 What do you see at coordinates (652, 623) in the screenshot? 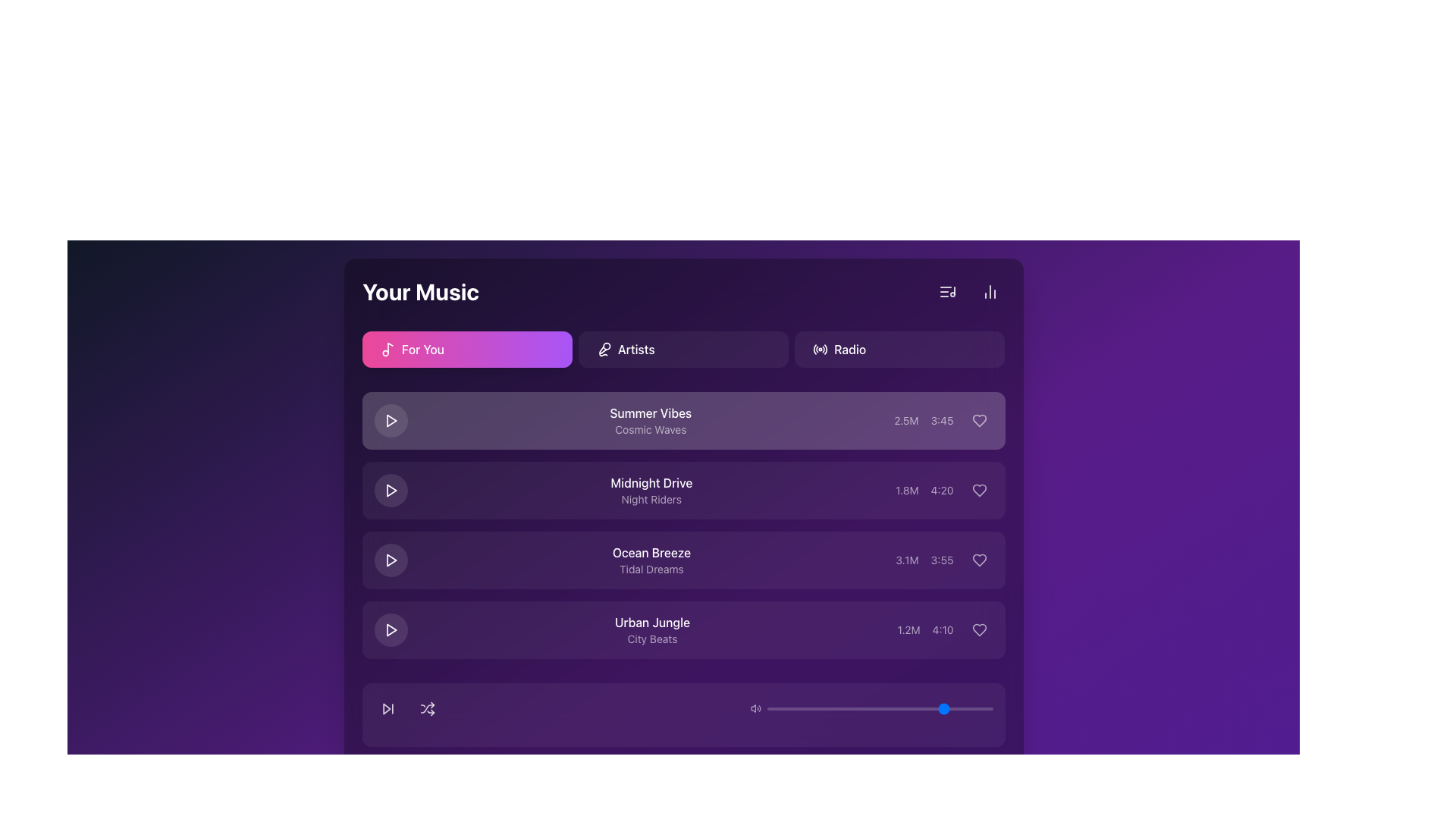
I see `the text label for the fourth track titled 'Urban Jungle' in the music playlist, which is displayed vertically with its subtitle 'City Beats' directly below it` at bounding box center [652, 623].